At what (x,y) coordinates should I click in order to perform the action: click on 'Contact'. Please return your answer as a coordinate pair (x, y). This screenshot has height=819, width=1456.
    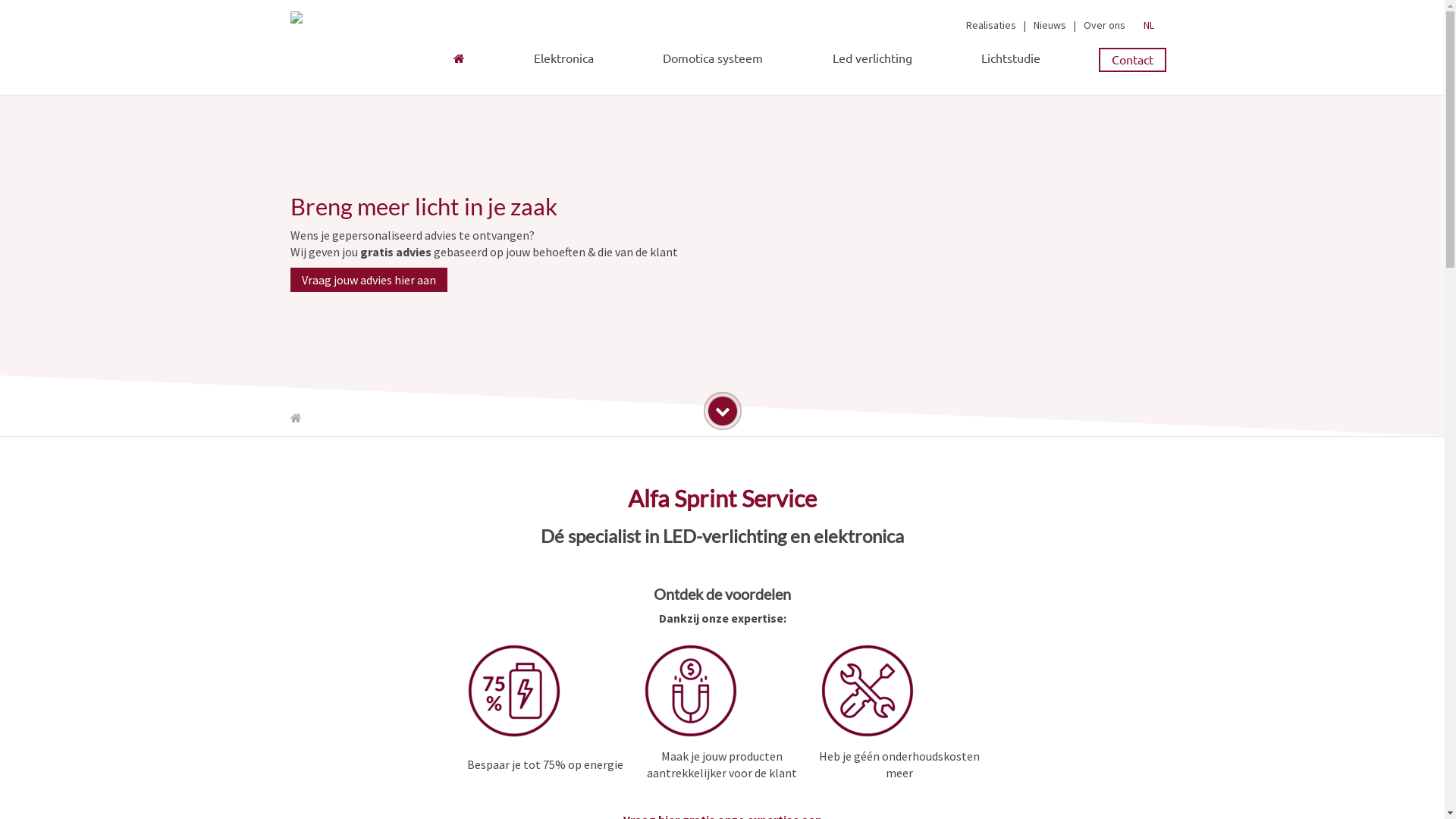
    Looking at the image, I should click on (1132, 58).